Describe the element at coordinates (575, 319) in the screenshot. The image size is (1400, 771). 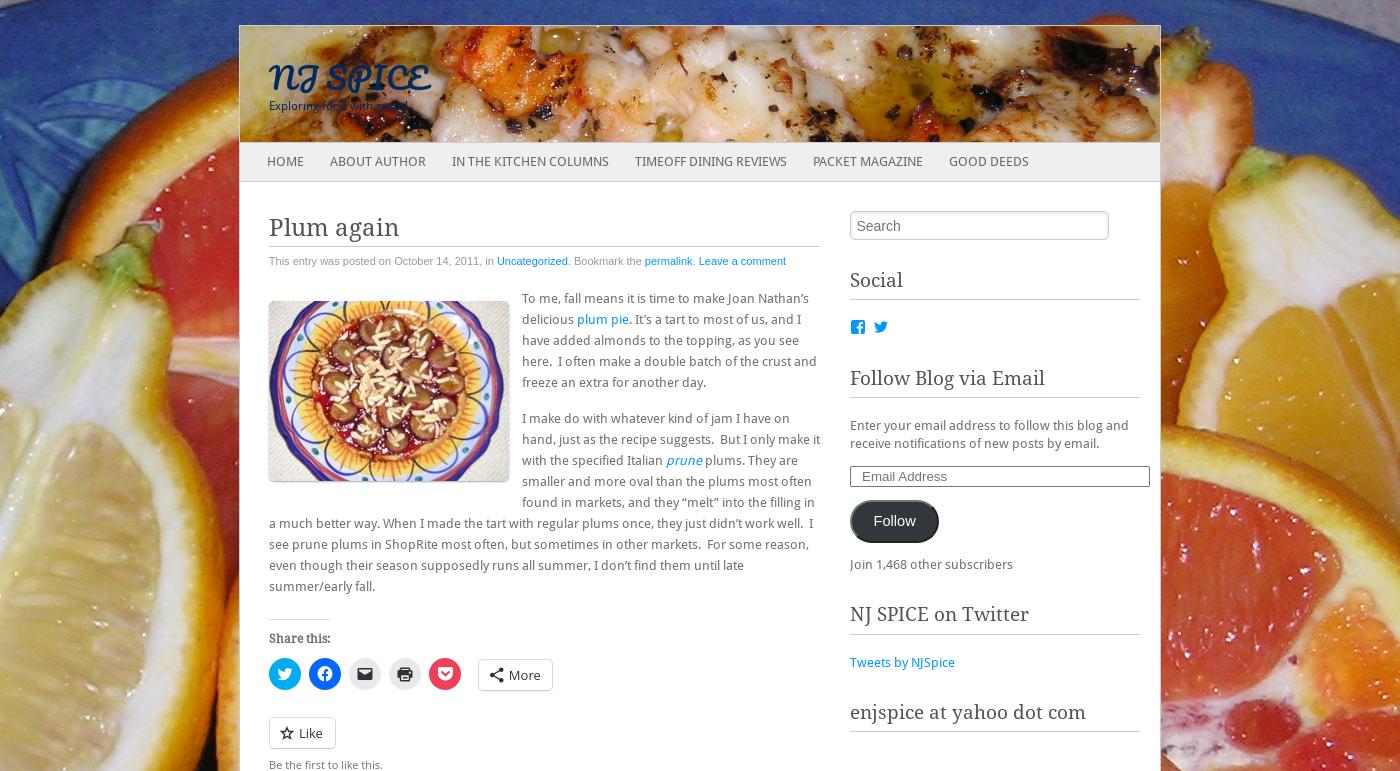
I see `'plum pie'` at that location.